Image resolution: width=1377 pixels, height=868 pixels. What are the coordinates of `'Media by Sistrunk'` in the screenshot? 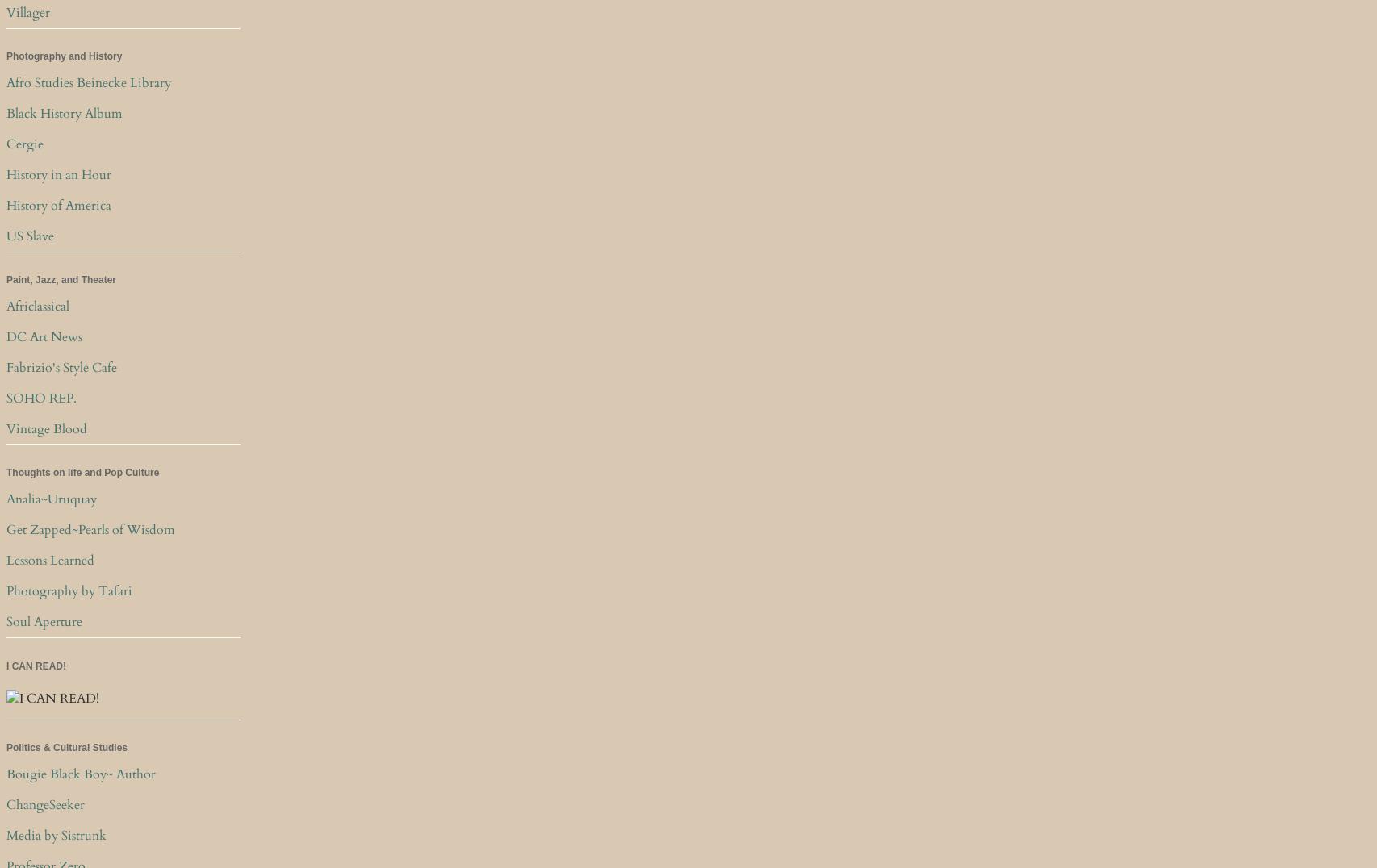 It's located at (56, 835).